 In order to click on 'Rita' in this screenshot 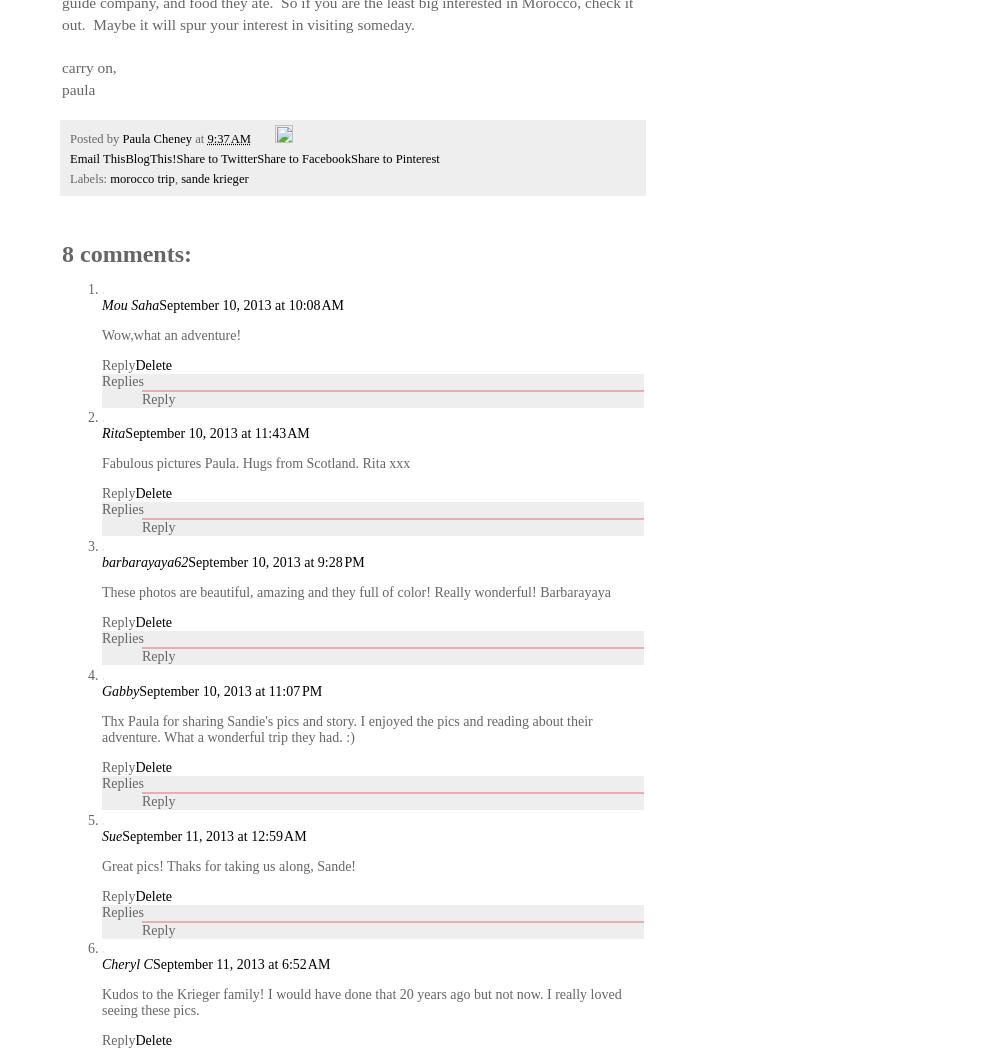, I will do `click(113, 432)`.